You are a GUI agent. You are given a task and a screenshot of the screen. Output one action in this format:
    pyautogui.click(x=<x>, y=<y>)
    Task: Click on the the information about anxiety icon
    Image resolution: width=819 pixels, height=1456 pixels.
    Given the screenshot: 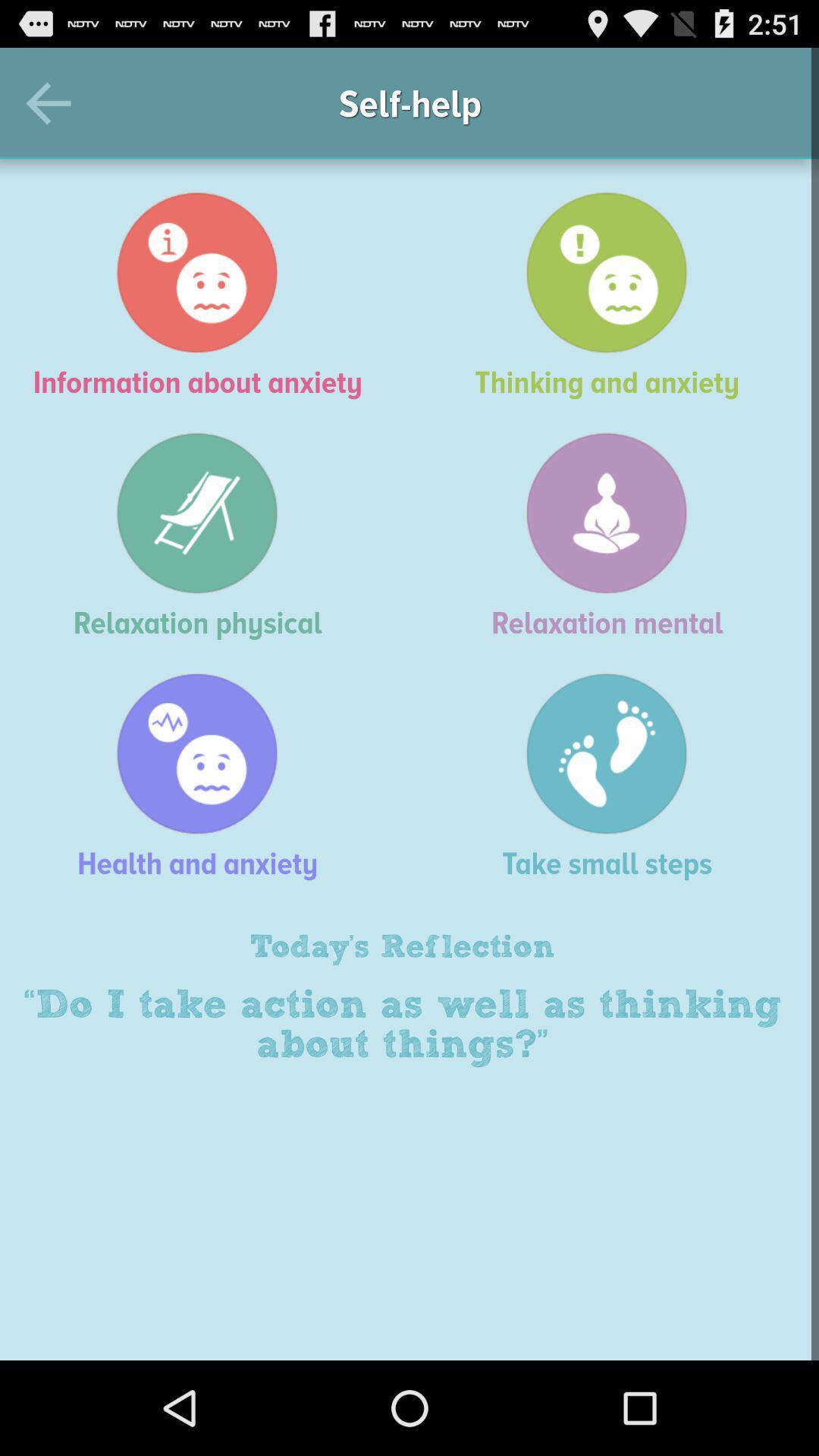 What is the action you would take?
    pyautogui.click(x=205, y=295)
    